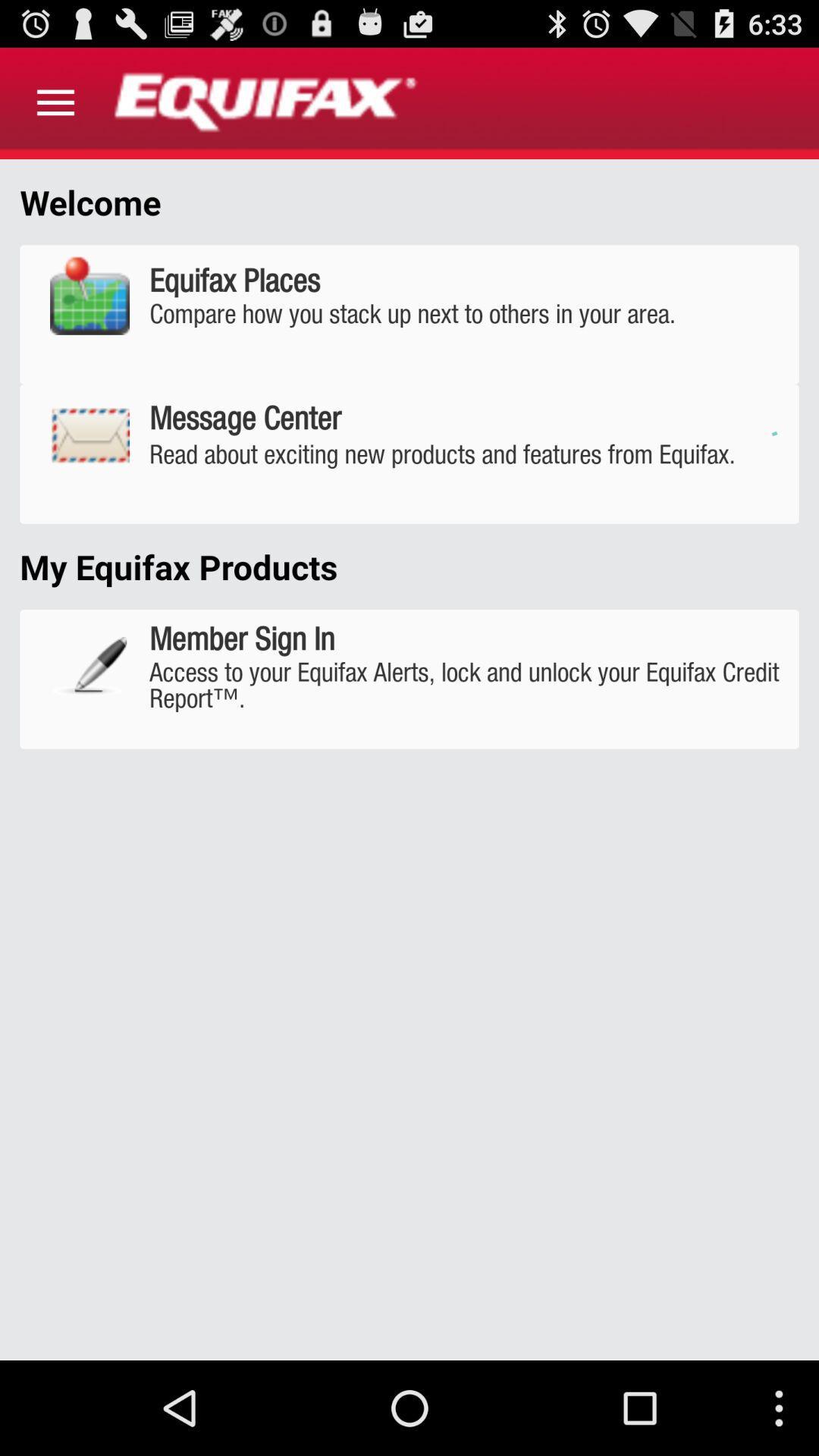  What do you see at coordinates (89, 666) in the screenshot?
I see `the pen icon near the member sign in field` at bounding box center [89, 666].